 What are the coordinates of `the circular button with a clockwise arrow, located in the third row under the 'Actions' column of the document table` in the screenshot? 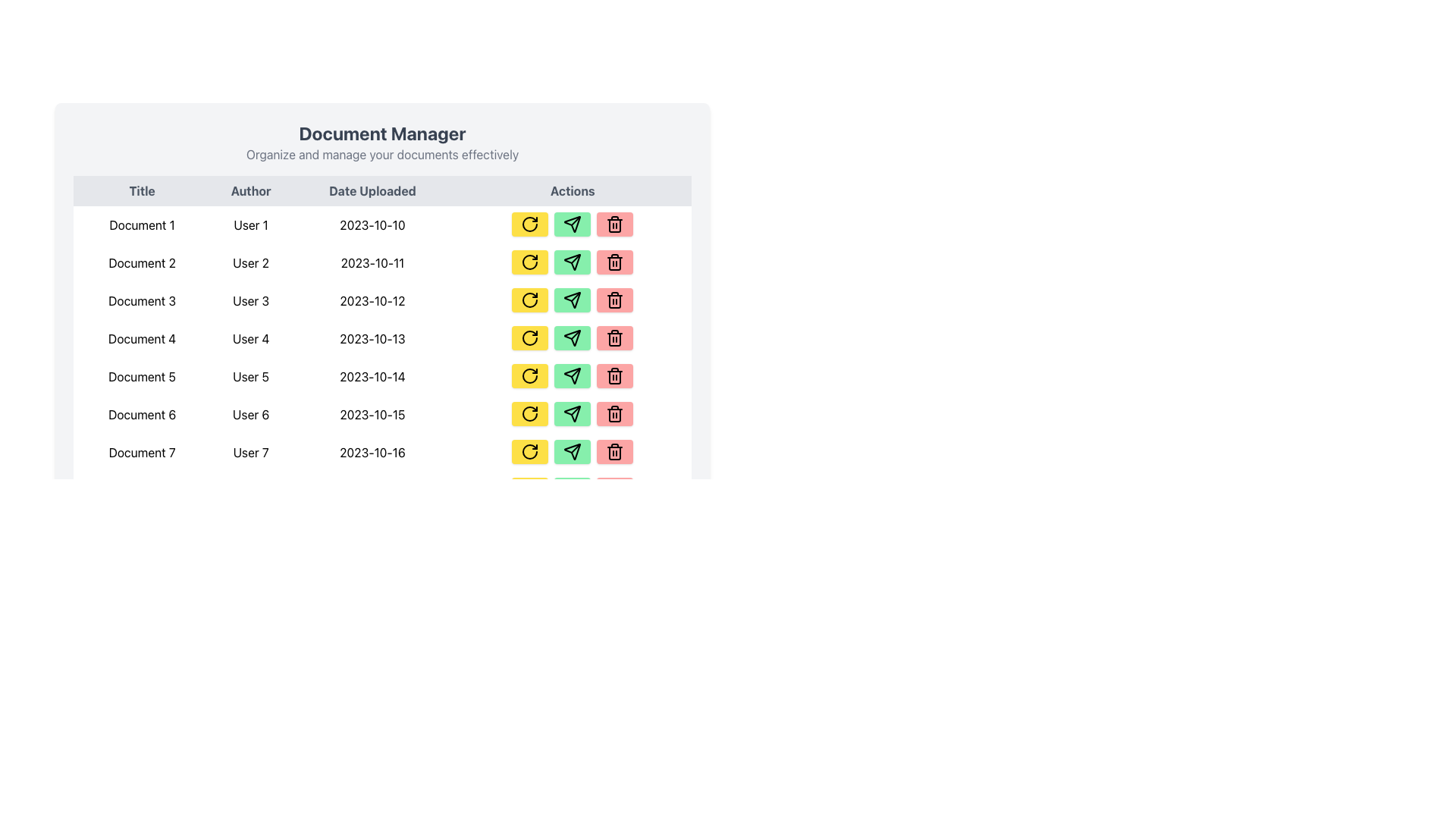 It's located at (530, 300).